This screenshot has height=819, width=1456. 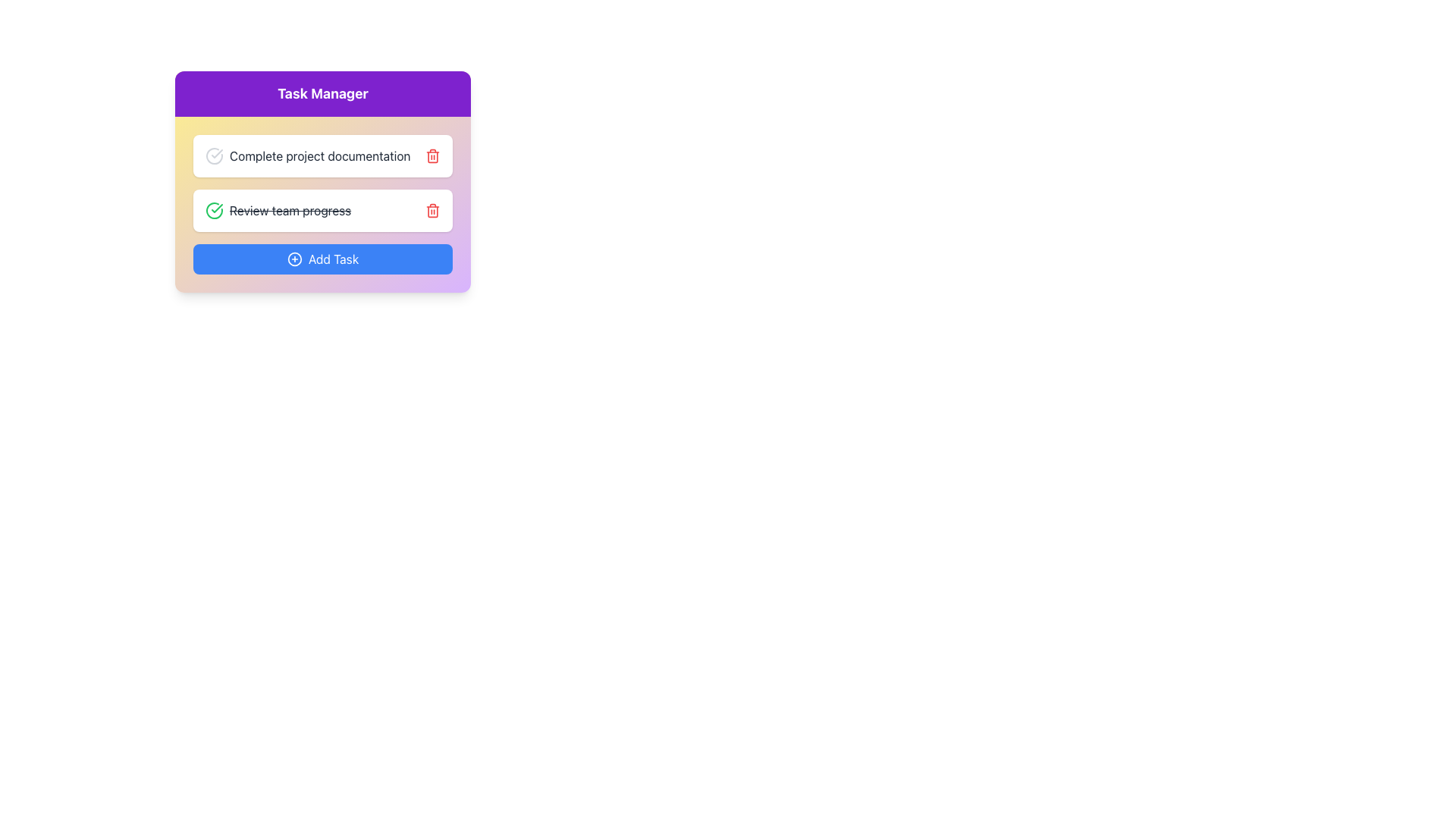 I want to click on the first icon on the left within the task row labeled 'Complete project documentation', so click(x=214, y=155).